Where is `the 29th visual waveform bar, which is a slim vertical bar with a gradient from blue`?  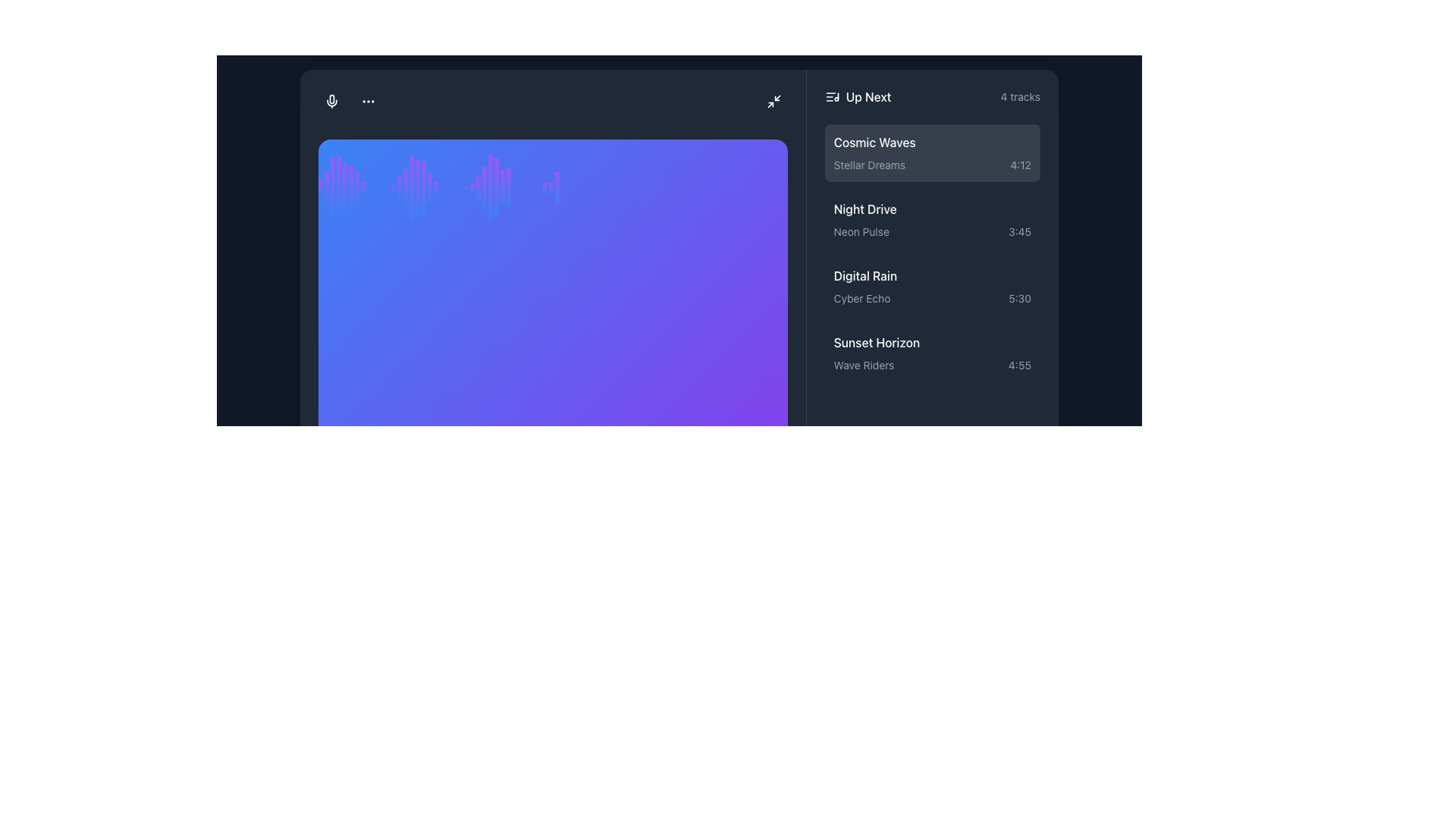 the 29th visual waveform bar, which is a slim vertical bar with a gradient from blue is located at coordinates (483, 187).